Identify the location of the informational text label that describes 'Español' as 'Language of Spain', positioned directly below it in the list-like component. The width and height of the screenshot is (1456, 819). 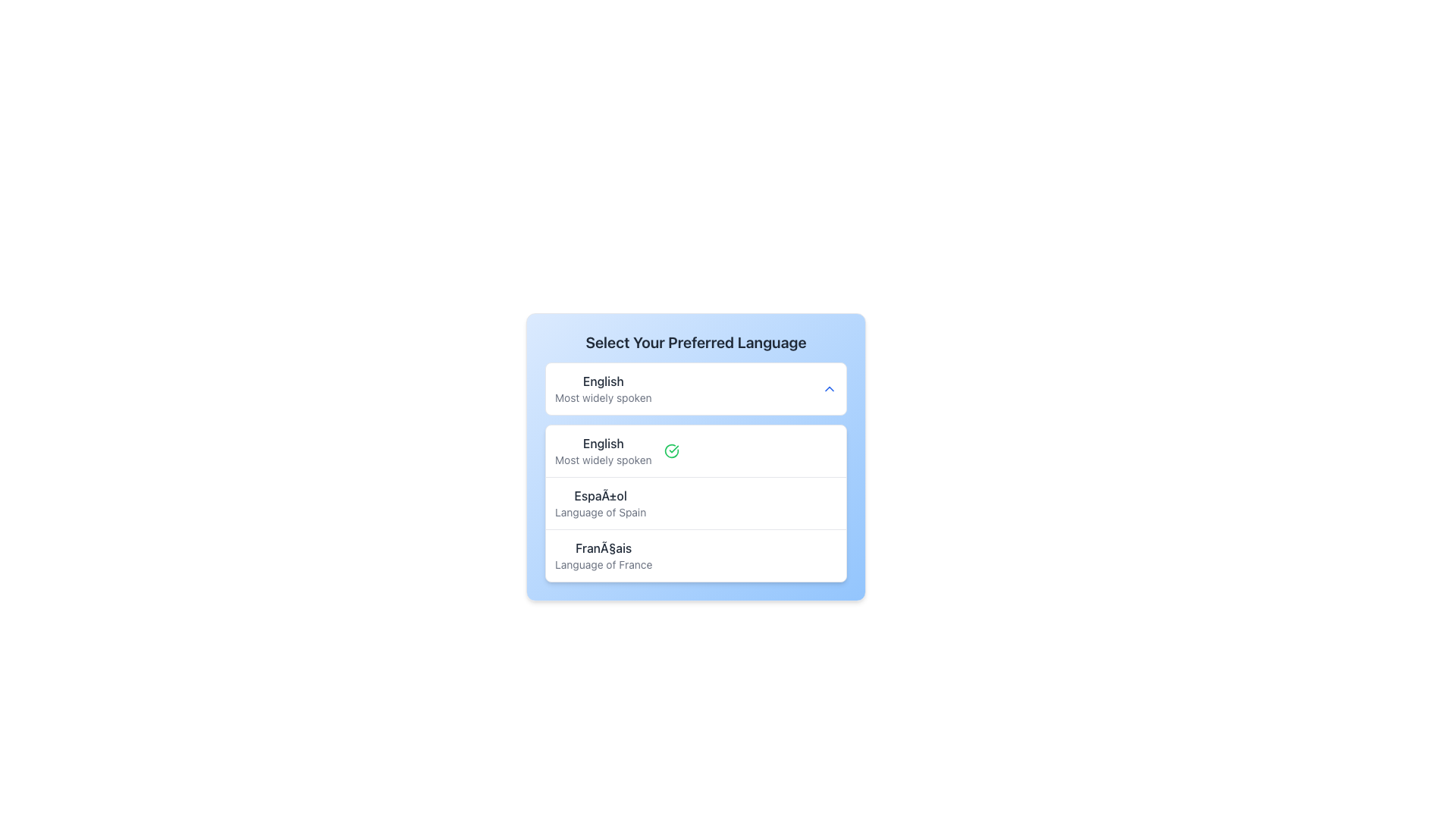
(600, 512).